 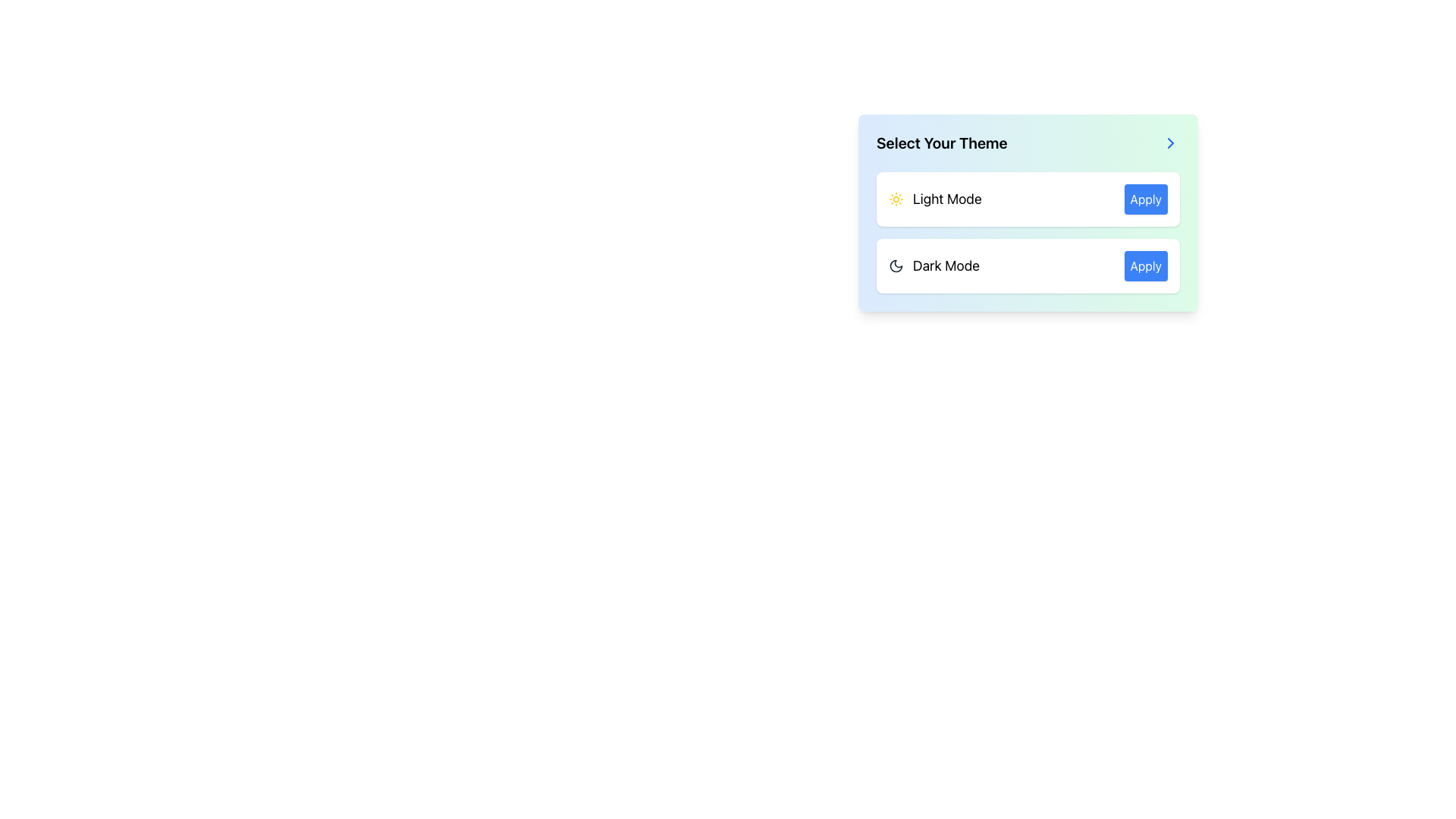 What do you see at coordinates (1170, 143) in the screenshot?
I see `the right-facing chevron icon button located to the far right of the header titled 'Select Your Theme'` at bounding box center [1170, 143].